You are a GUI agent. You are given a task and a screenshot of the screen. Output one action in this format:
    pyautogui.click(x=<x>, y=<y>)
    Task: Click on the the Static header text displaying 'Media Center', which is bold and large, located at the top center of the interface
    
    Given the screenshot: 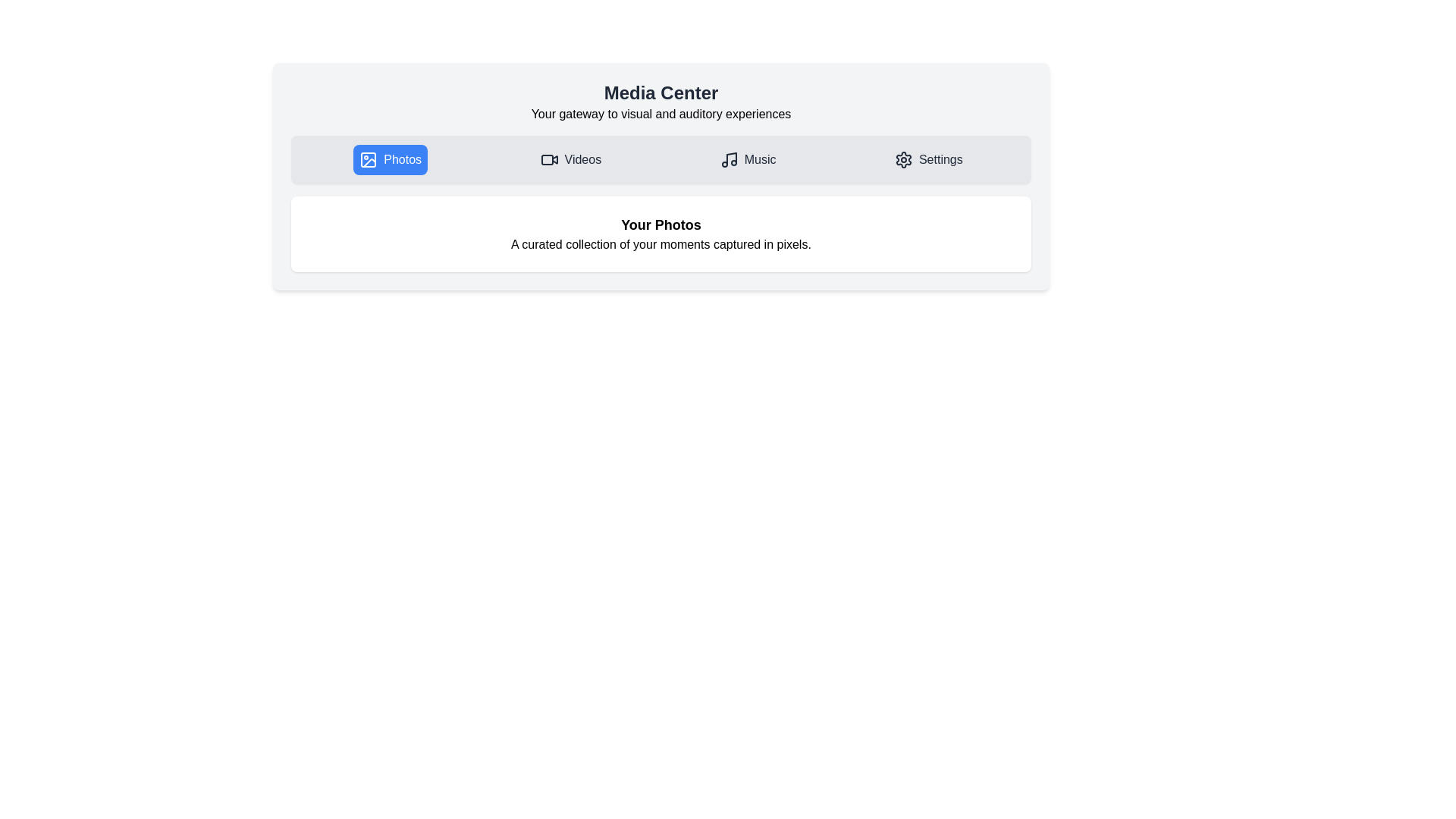 What is the action you would take?
    pyautogui.click(x=661, y=93)
    